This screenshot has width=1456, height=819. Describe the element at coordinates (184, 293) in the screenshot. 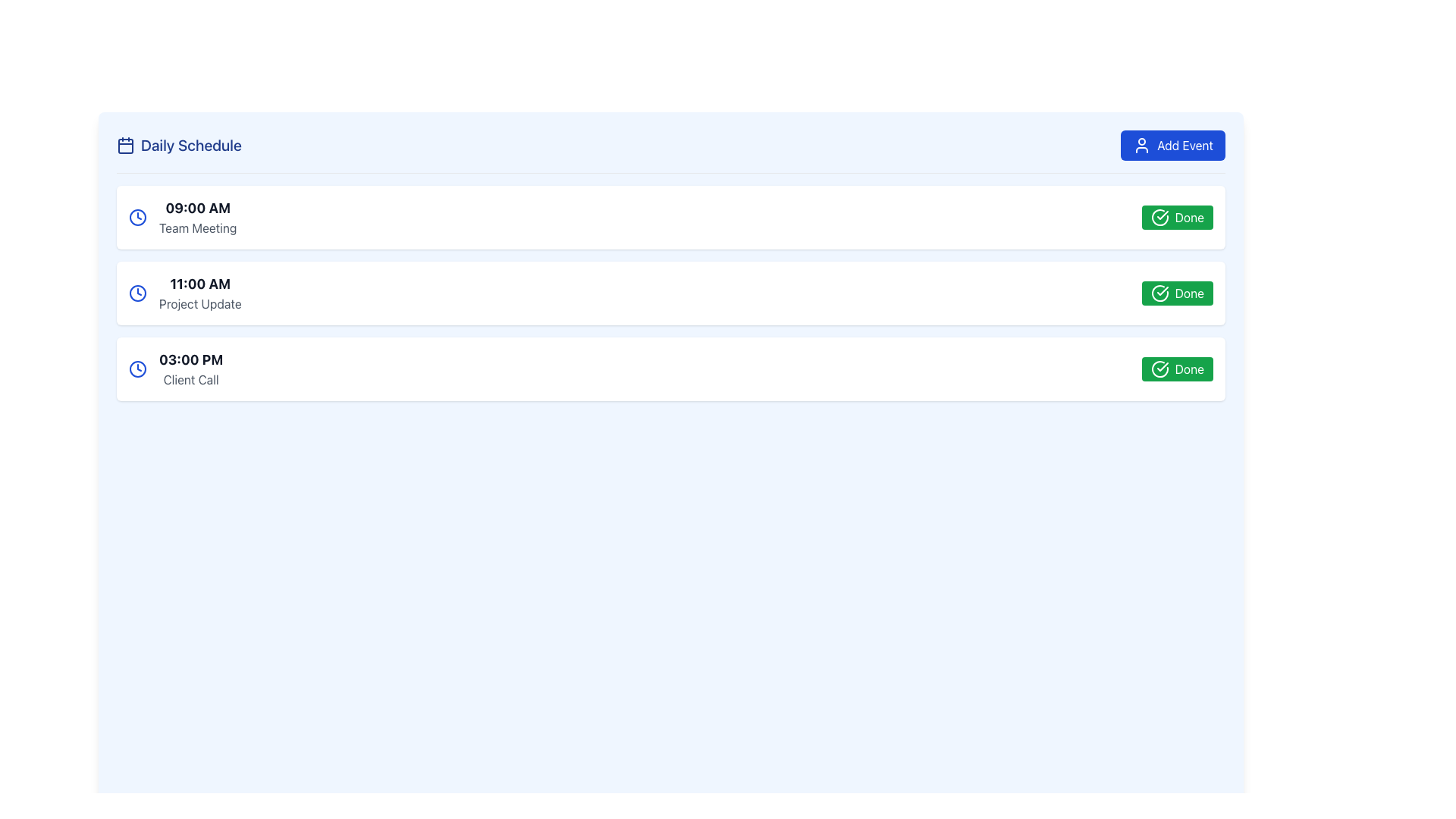

I see `the List item content group displaying event information with the time '11:00 AM' and label 'Project Update', which is the second item in the vertical list of events` at that location.